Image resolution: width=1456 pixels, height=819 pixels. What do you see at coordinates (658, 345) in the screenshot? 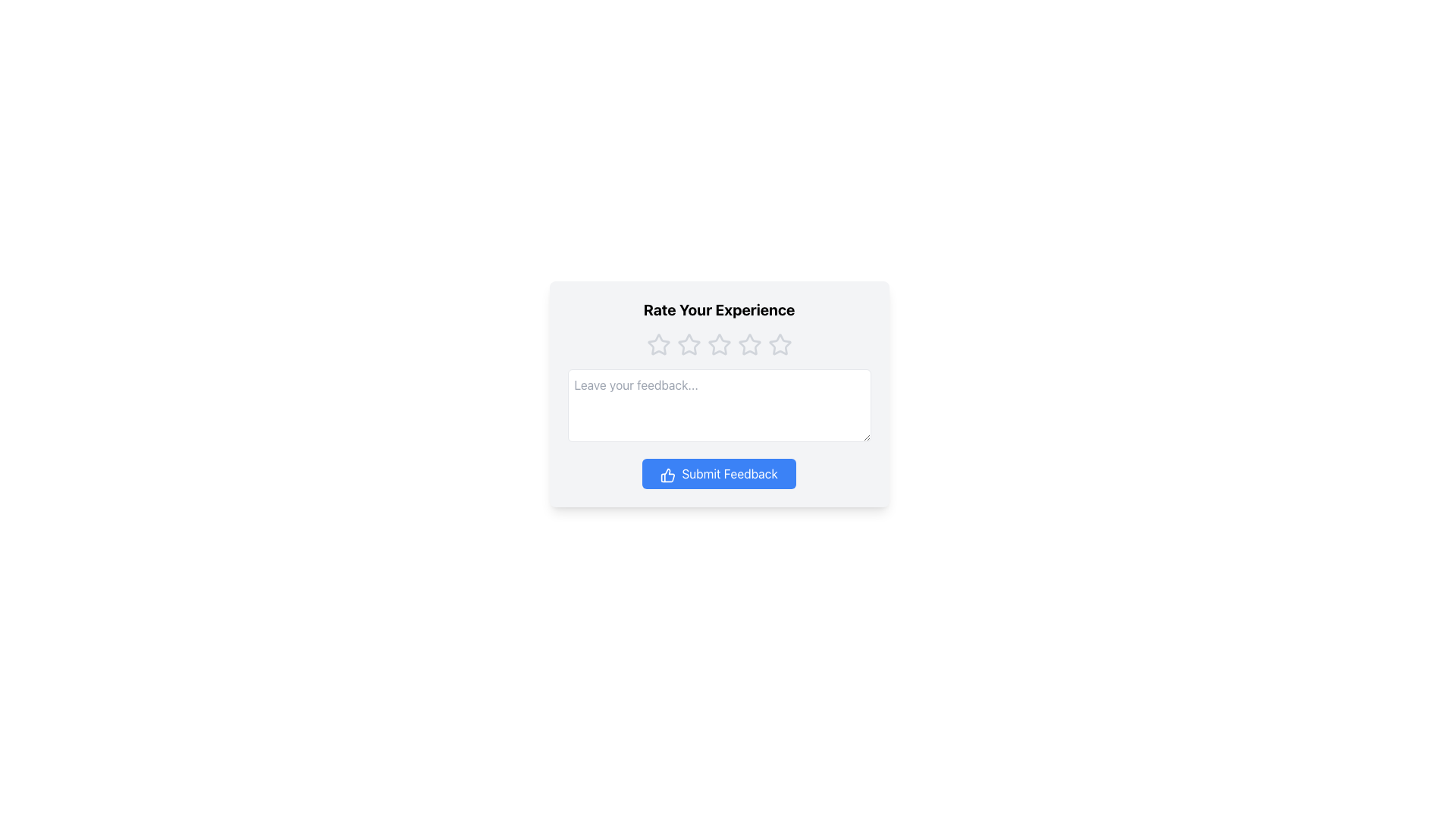
I see `the leftmost star icon in the ratings section, which is outlined in gray and represents a rating` at bounding box center [658, 345].